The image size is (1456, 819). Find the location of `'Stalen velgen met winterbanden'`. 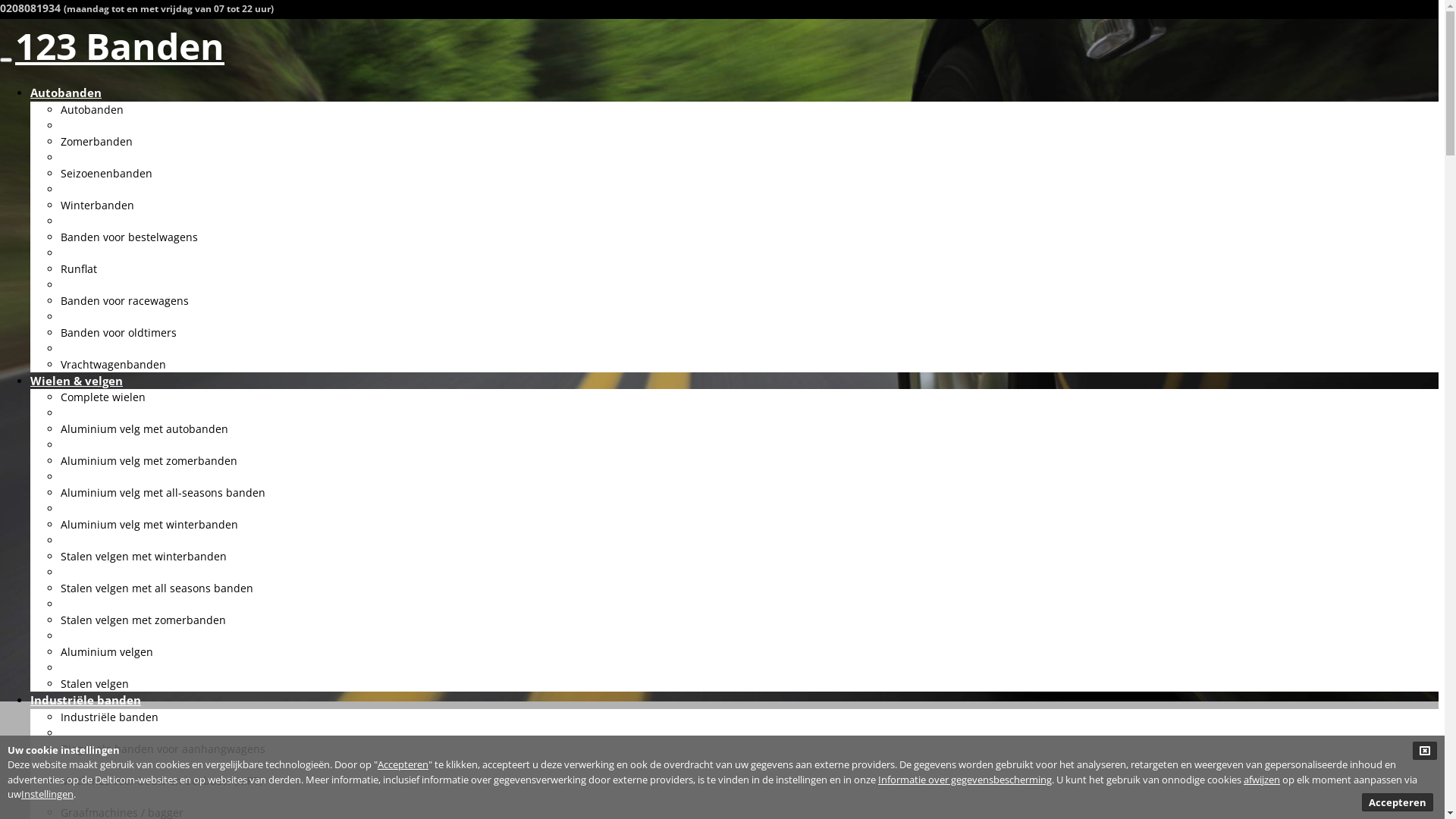

'Stalen velgen met winterbanden' is located at coordinates (143, 556).